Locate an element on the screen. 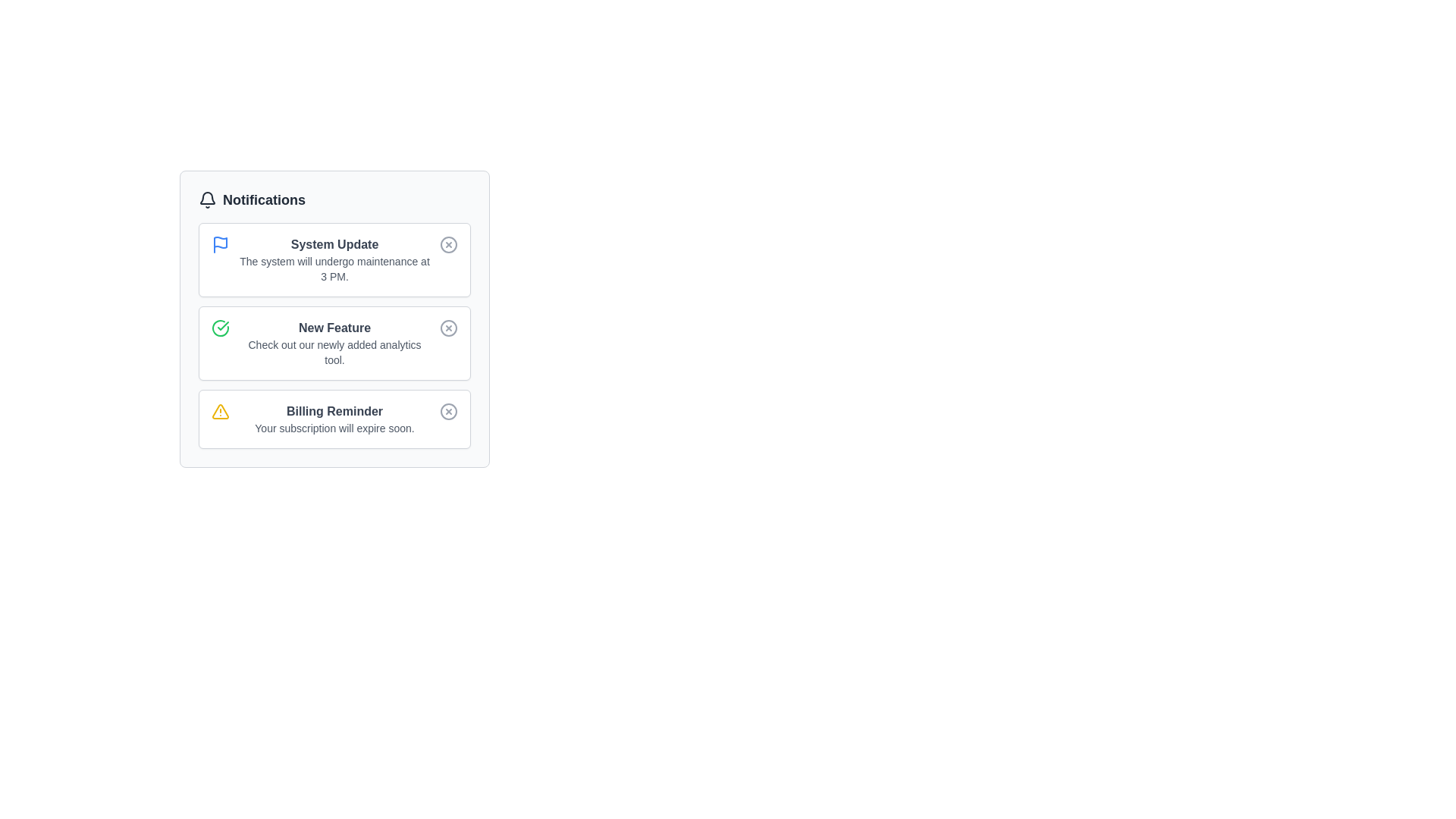 Image resolution: width=1456 pixels, height=819 pixels. the textual notification component that informs the user about the impending expiration of their subscription, located below the 'New Feature' notification card as the third notification in the list is located at coordinates (334, 419).